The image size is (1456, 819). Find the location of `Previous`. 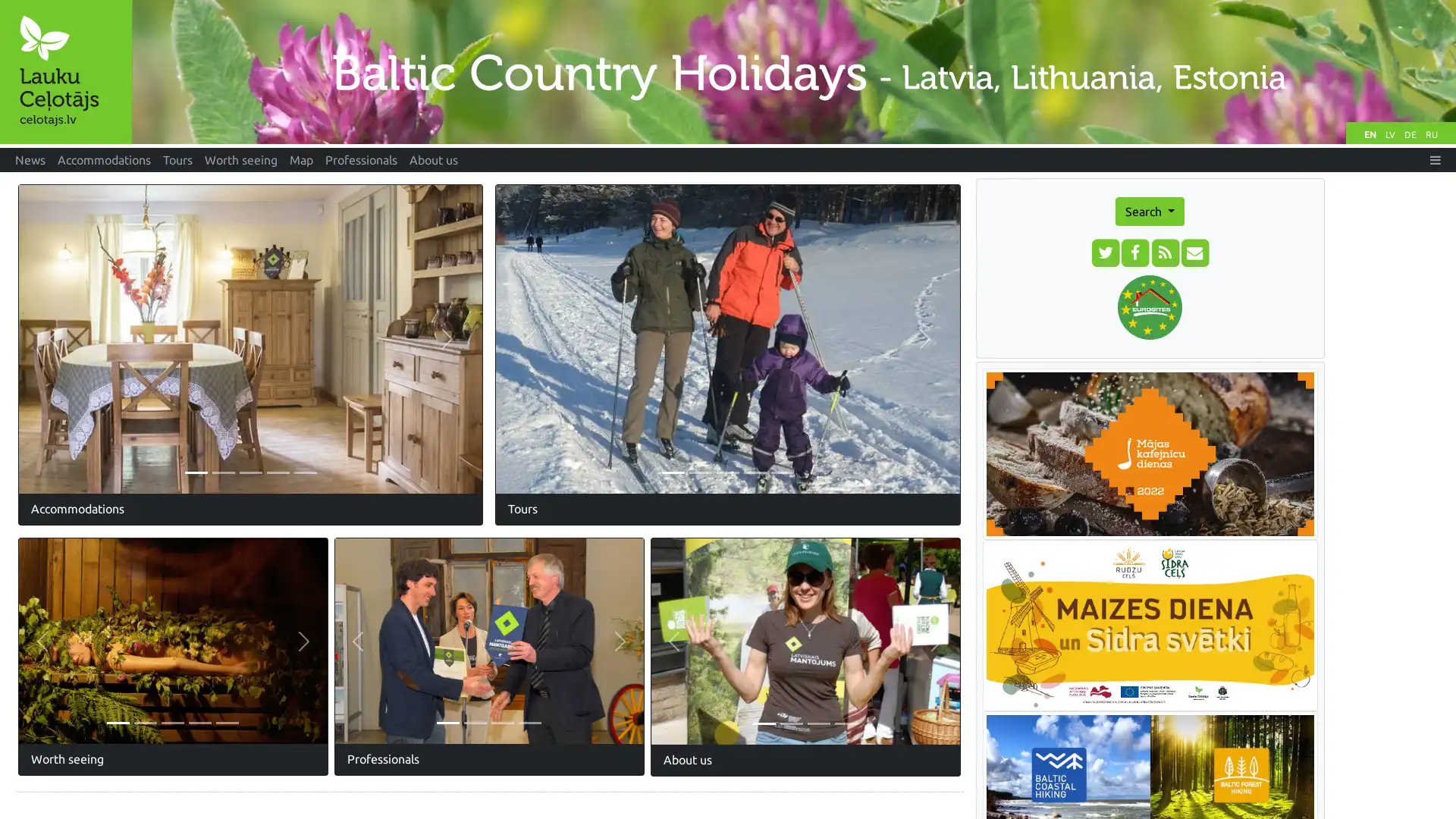

Previous is located at coordinates (42, 641).